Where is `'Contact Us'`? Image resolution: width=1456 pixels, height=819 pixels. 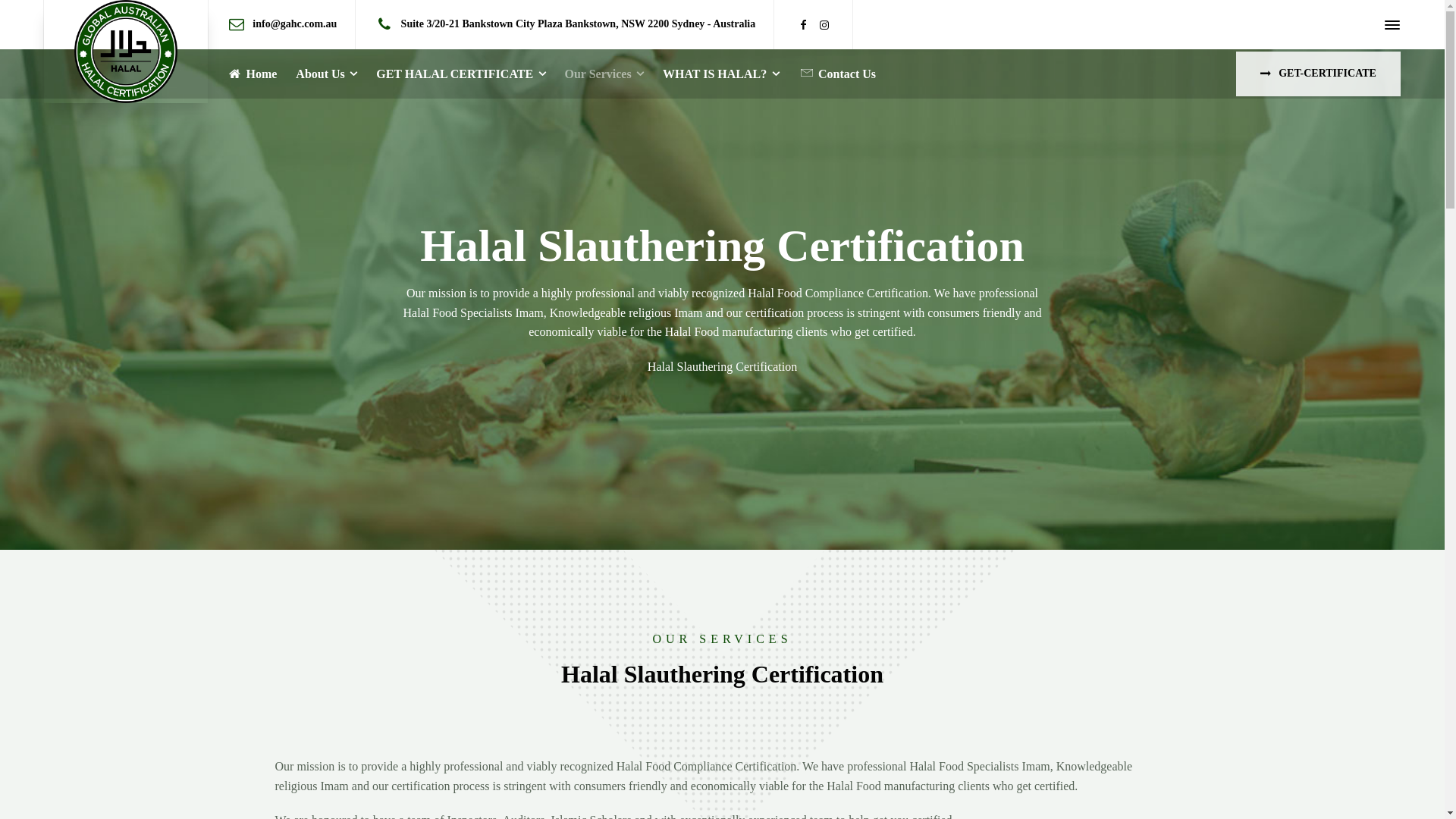
'Contact Us' is located at coordinates (836, 74).